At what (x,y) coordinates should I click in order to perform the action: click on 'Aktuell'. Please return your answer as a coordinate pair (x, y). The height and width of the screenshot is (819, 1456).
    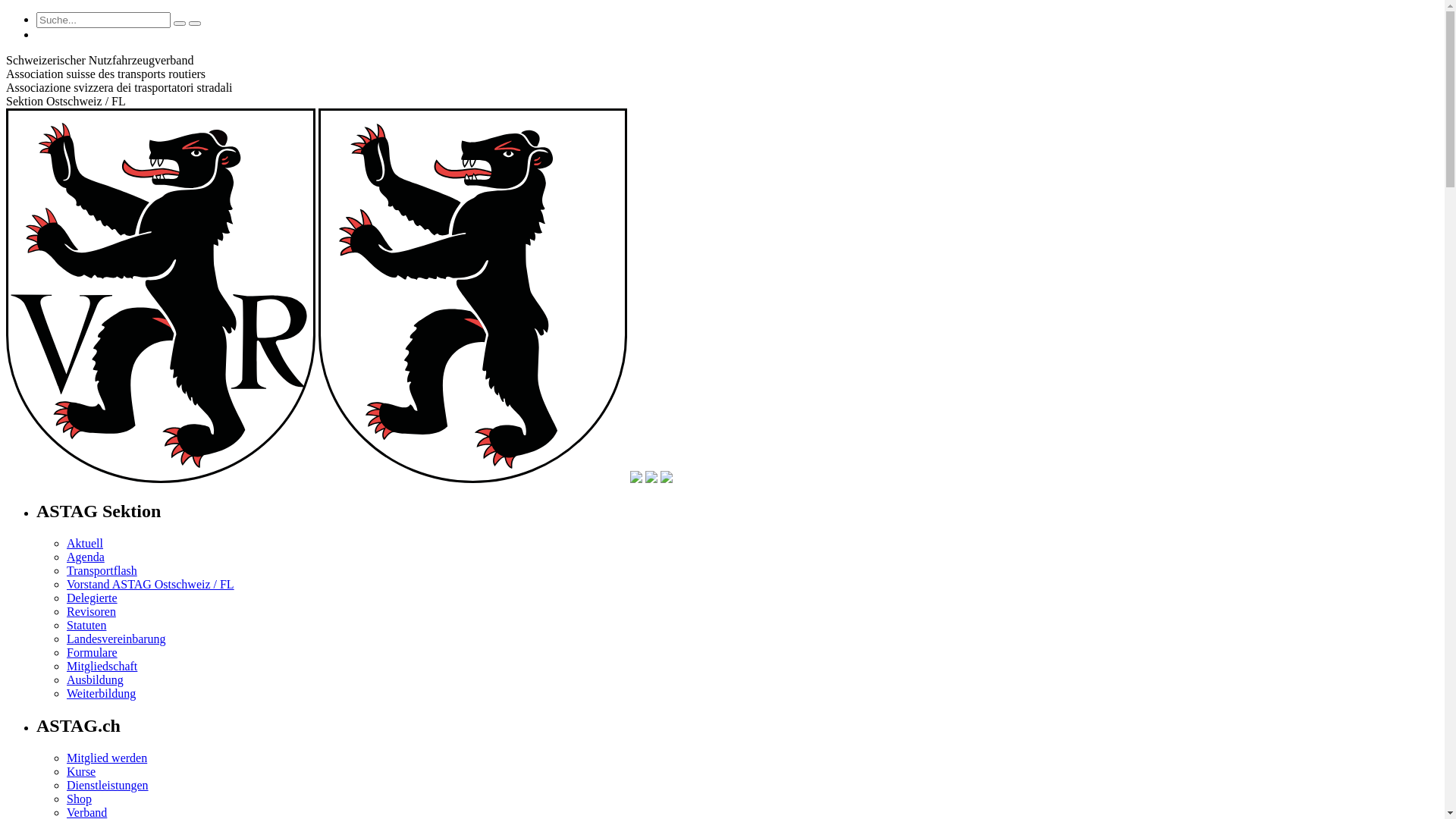
    Looking at the image, I should click on (83, 542).